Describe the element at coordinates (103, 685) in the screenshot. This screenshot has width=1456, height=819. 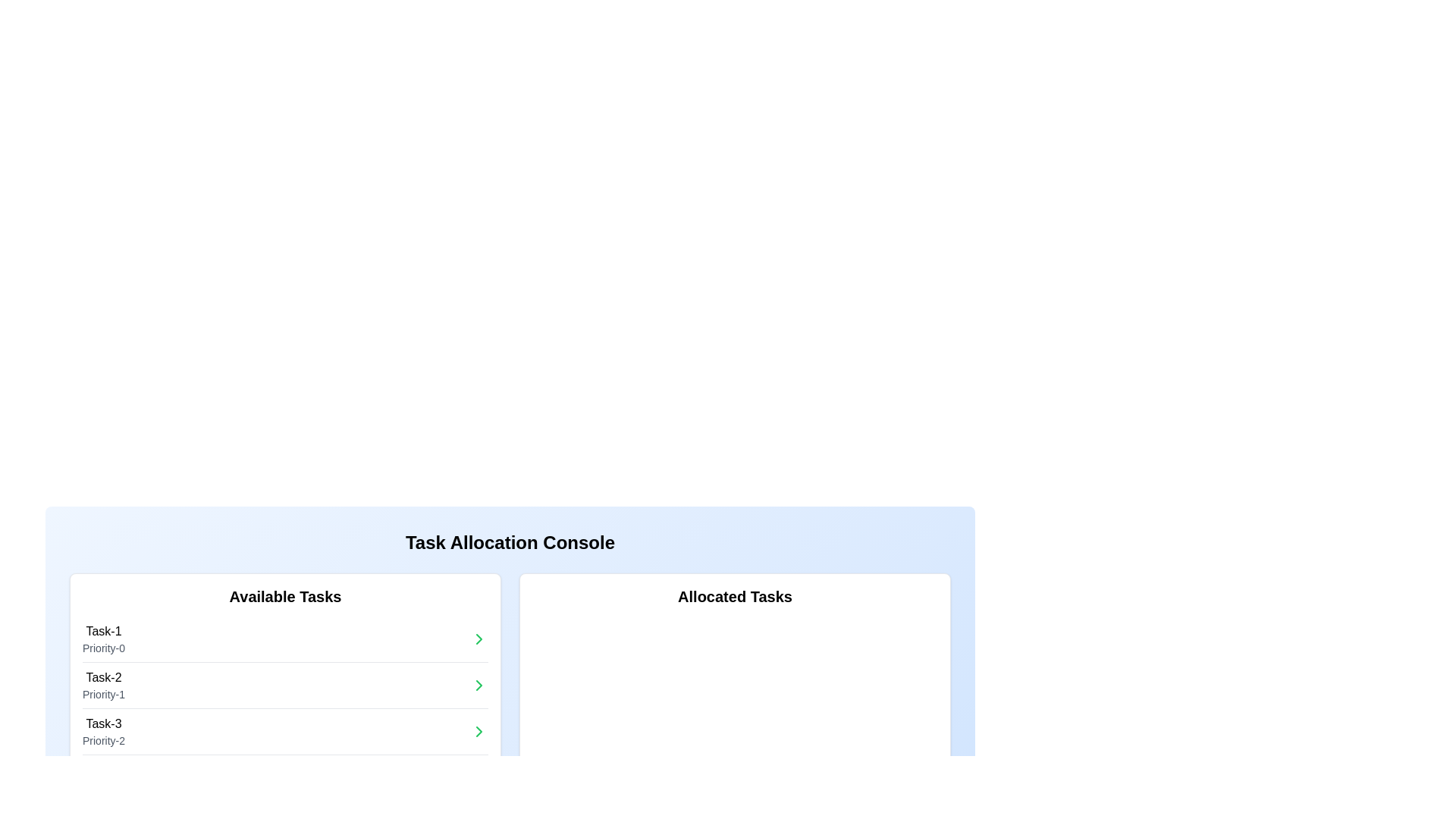
I see `the text label for 'Task-2' with priority 'Priority-1' in the 'Available Tasks' column` at that location.